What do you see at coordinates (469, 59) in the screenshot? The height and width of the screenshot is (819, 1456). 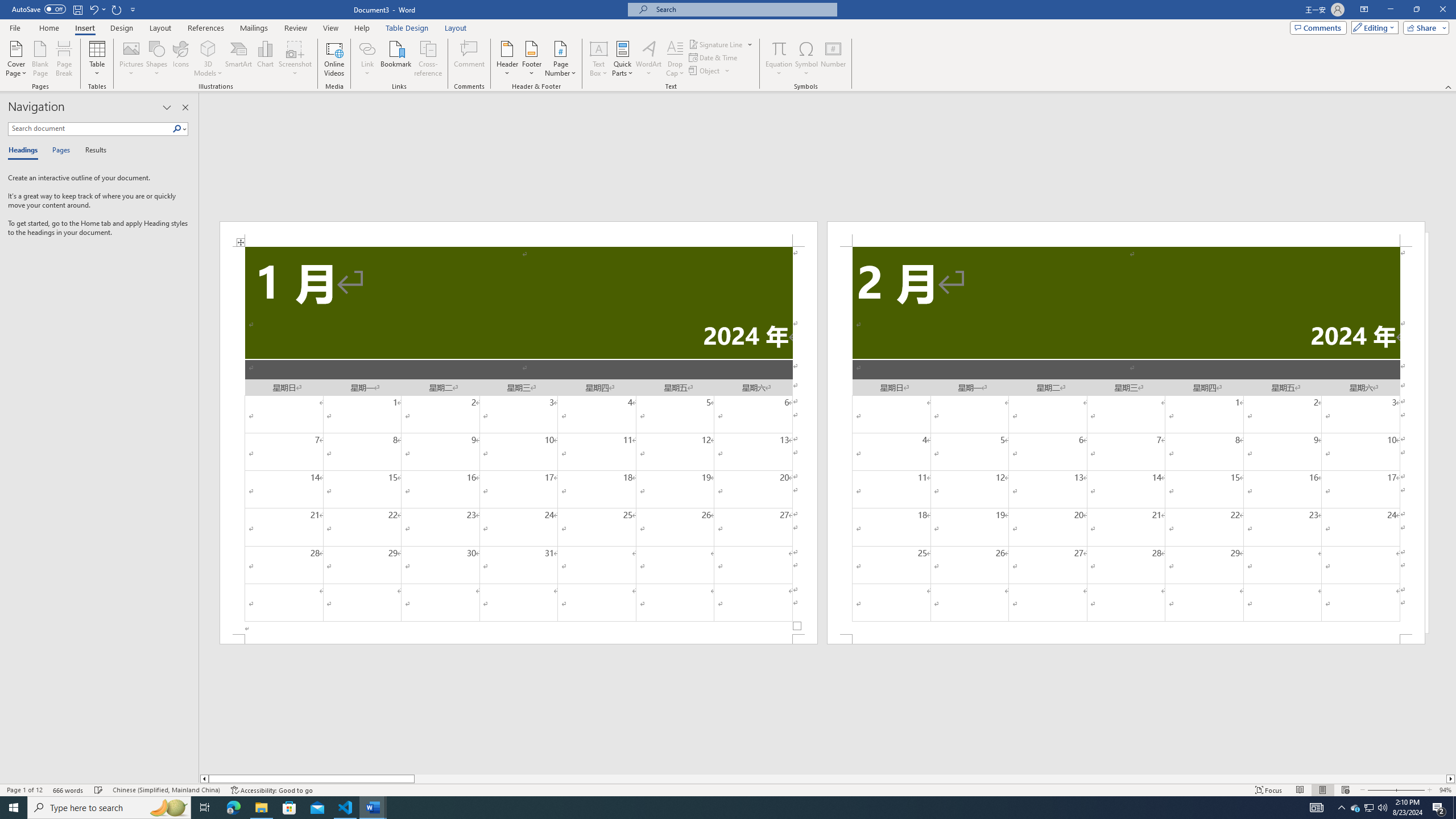 I see `'Comment'` at bounding box center [469, 59].